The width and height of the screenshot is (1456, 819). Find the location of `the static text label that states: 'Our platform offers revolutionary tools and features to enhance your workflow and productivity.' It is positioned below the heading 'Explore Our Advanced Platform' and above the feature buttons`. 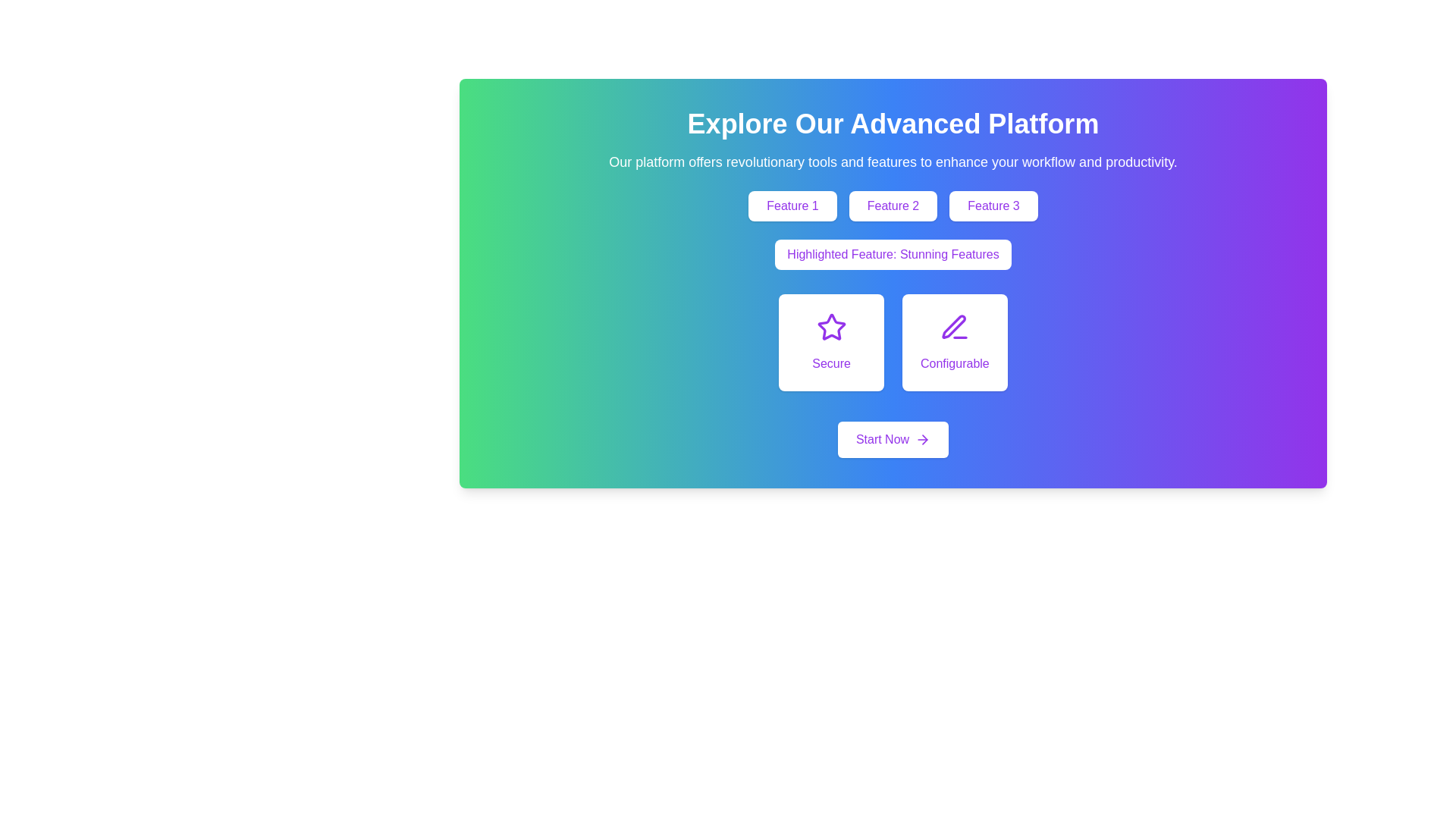

the static text label that states: 'Our platform offers revolutionary tools and features to enhance your workflow and productivity.' It is positioned below the heading 'Explore Our Advanced Platform' and above the feature buttons is located at coordinates (893, 162).